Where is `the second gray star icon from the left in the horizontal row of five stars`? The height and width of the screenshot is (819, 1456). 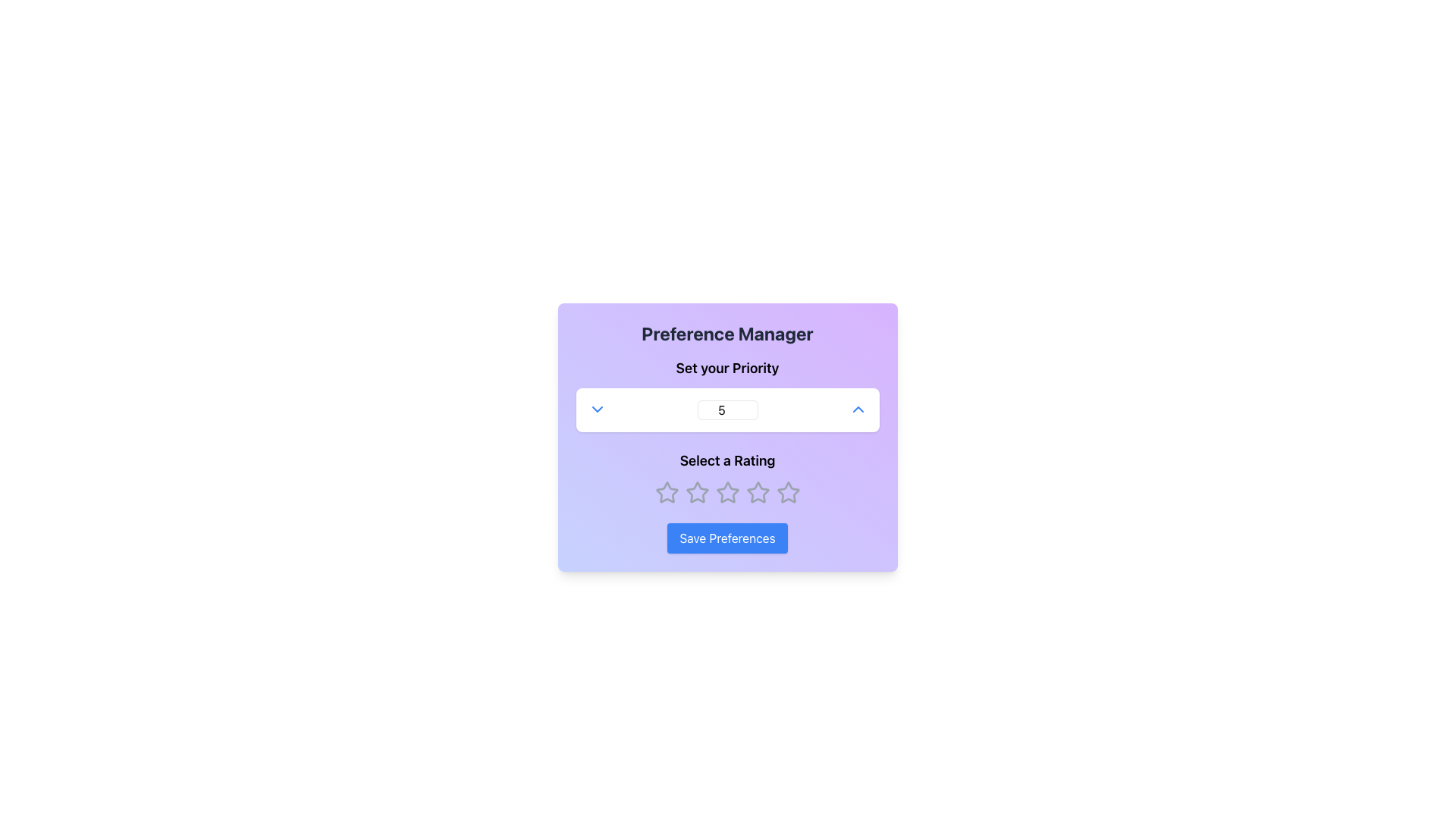
the second gray star icon from the left in the horizontal row of five stars is located at coordinates (695, 491).